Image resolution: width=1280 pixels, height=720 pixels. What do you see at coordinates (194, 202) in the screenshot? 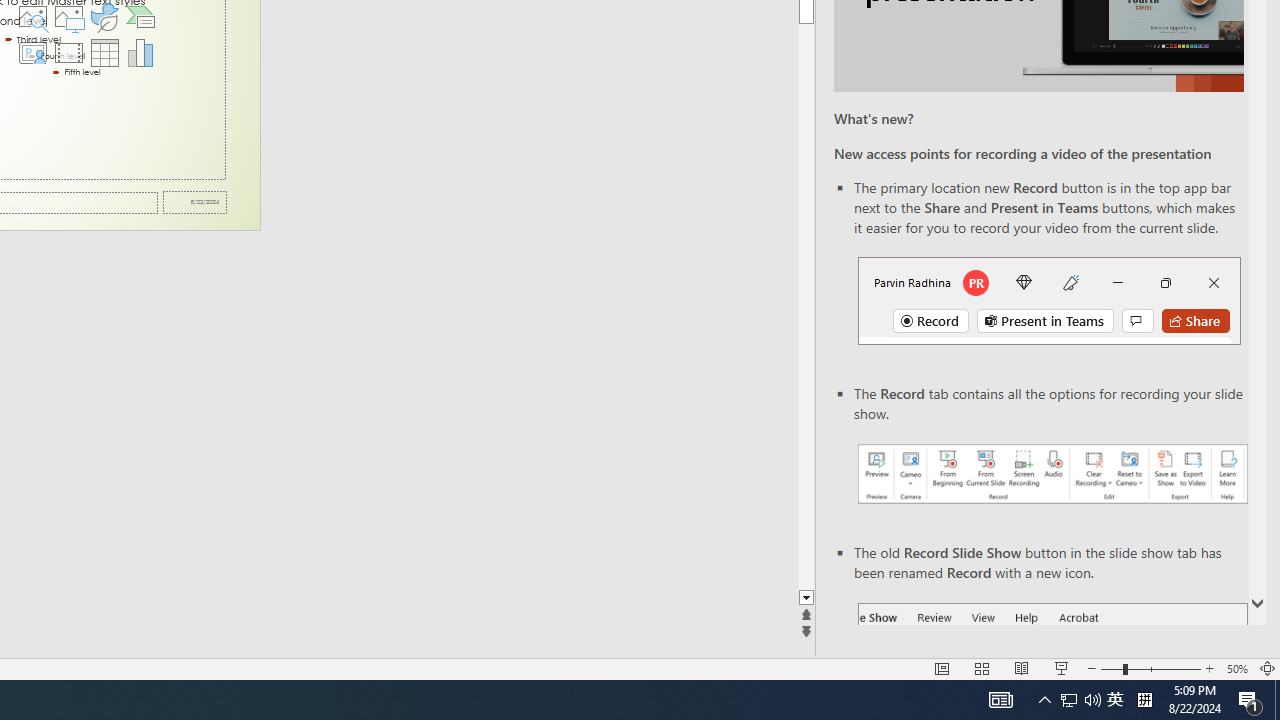
I see `'Date'` at bounding box center [194, 202].